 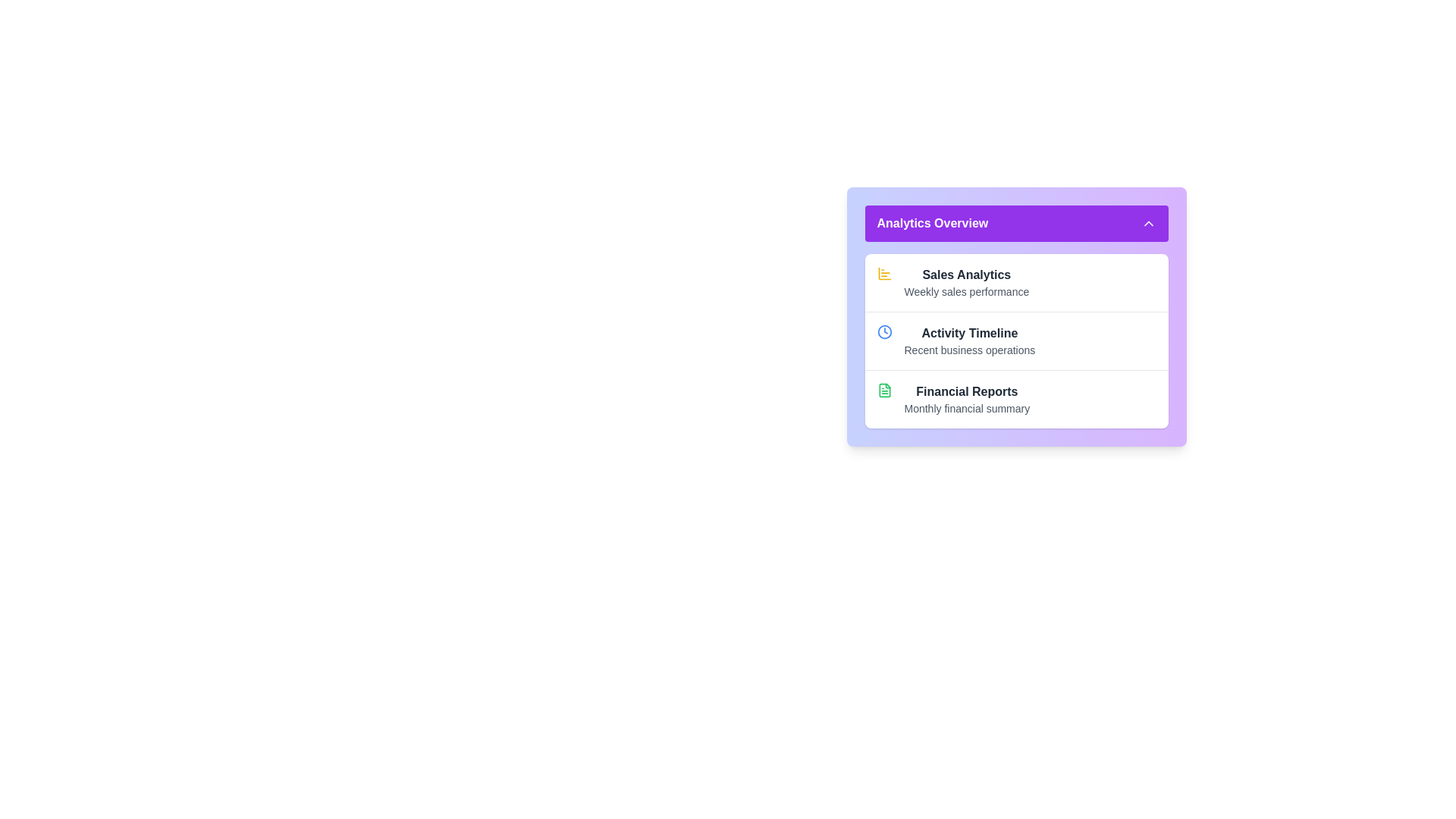 What do you see at coordinates (884, 399) in the screenshot?
I see `the green document symbol icon located to the left of the 'Financial Reports Monthly financial summary' text in the 'Financial Reports' entry of the 'Analytics Overview' section` at bounding box center [884, 399].